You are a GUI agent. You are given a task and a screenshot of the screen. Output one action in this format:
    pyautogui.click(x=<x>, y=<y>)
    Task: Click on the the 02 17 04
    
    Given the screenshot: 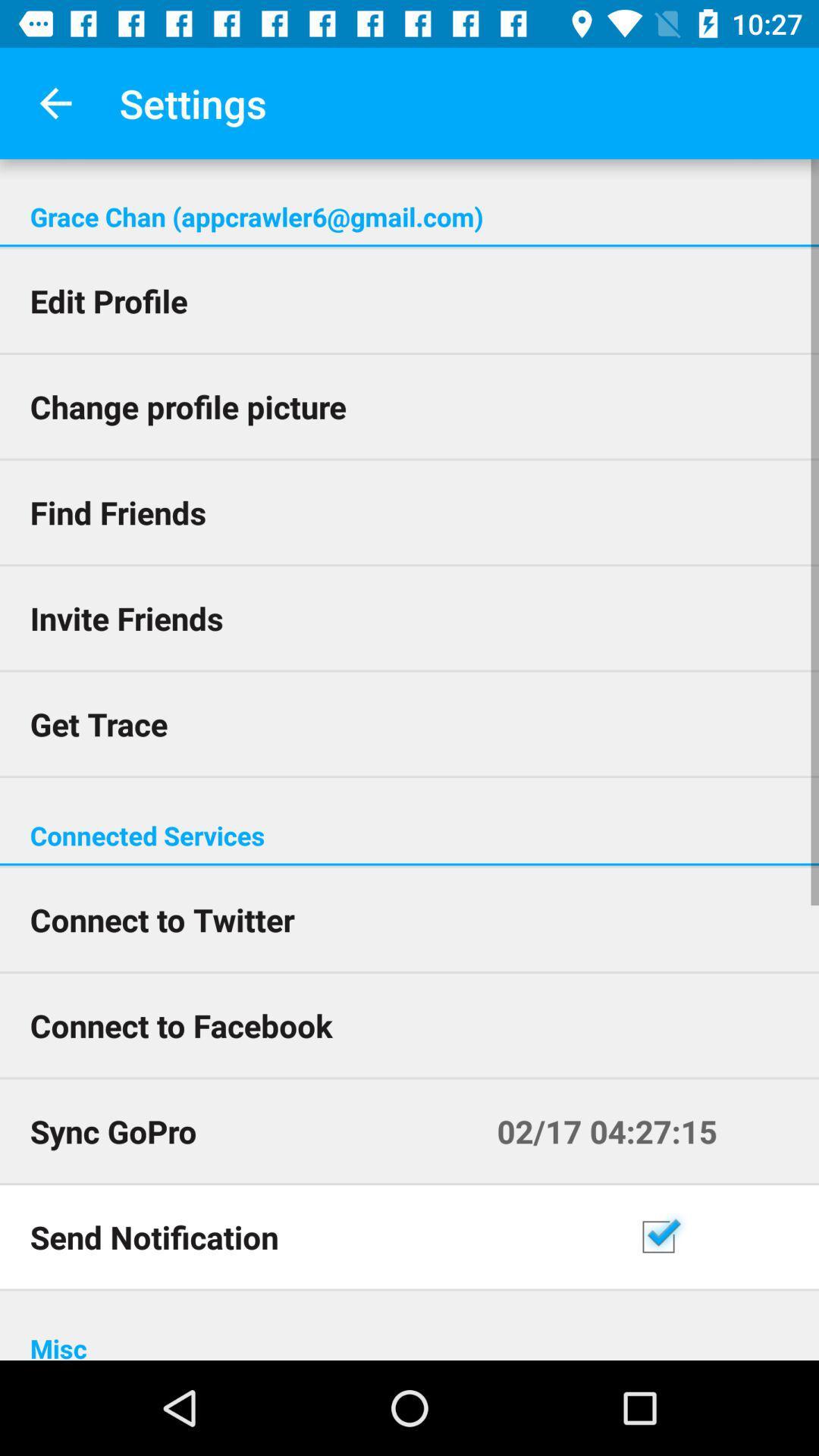 What is the action you would take?
    pyautogui.click(x=642, y=1131)
    